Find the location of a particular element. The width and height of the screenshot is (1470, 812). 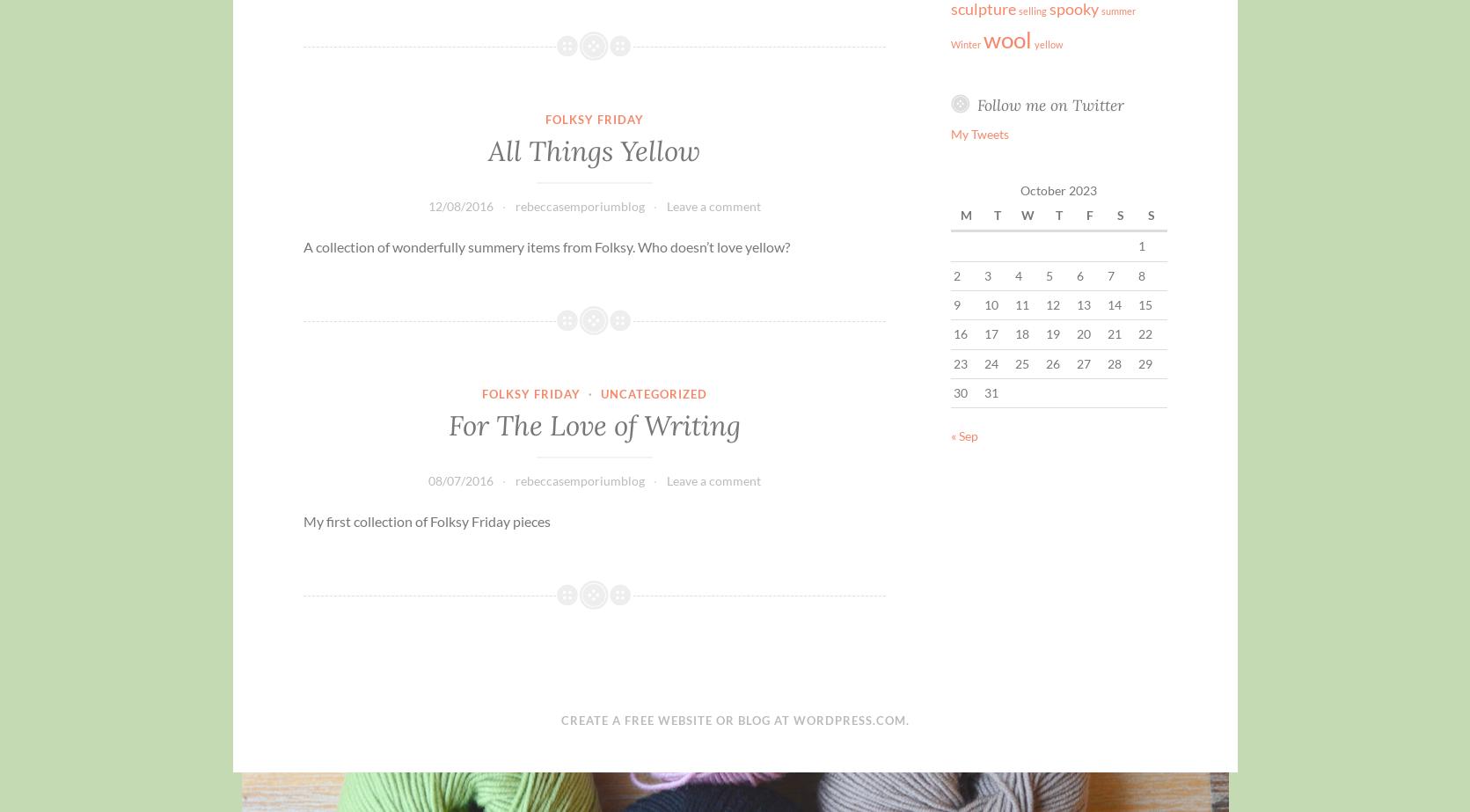

'M' is located at coordinates (965, 214).